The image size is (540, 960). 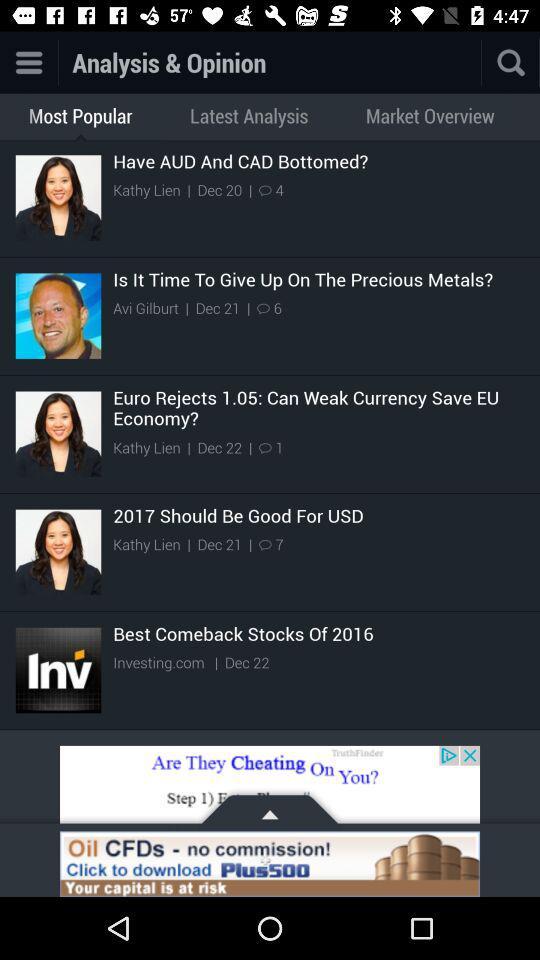 What do you see at coordinates (511, 62) in the screenshot?
I see `search page` at bounding box center [511, 62].